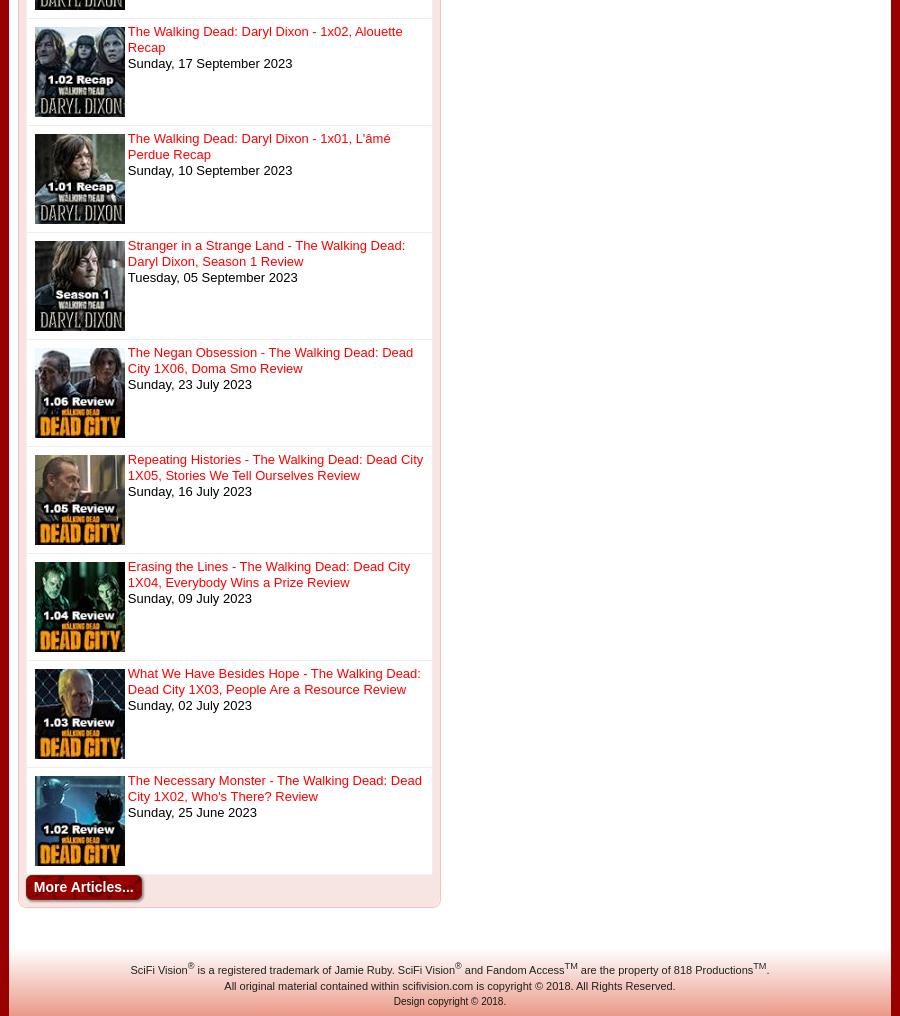 This screenshot has height=1016, width=900. What do you see at coordinates (212, 276) in the screenshot?
I see `'Tuesday, 05 September 2023'` at bounding box center [212, 276].